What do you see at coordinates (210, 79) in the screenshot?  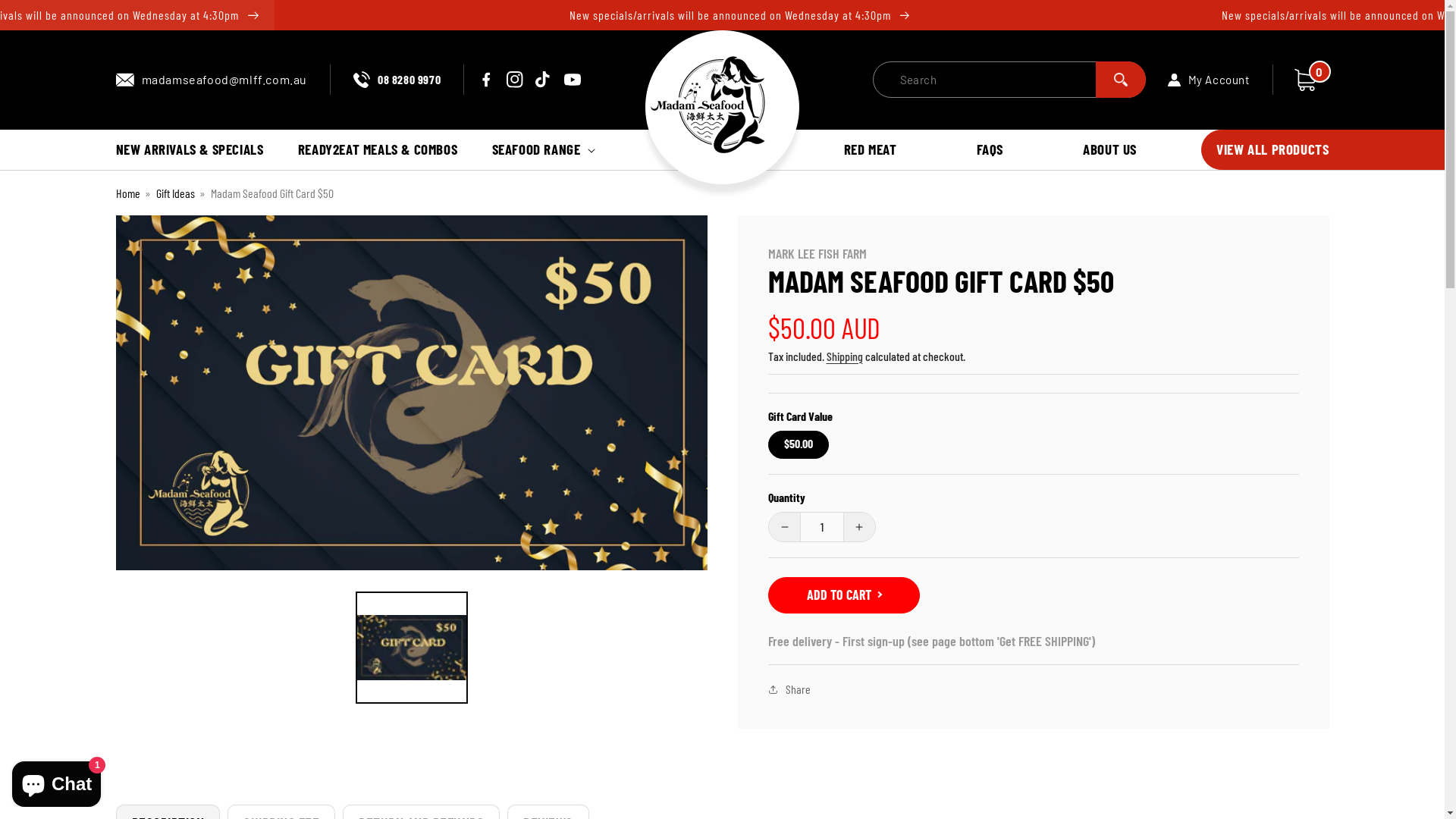 I see `'madamseafood@mlff.com.au'` at bounding box center [210, 79].